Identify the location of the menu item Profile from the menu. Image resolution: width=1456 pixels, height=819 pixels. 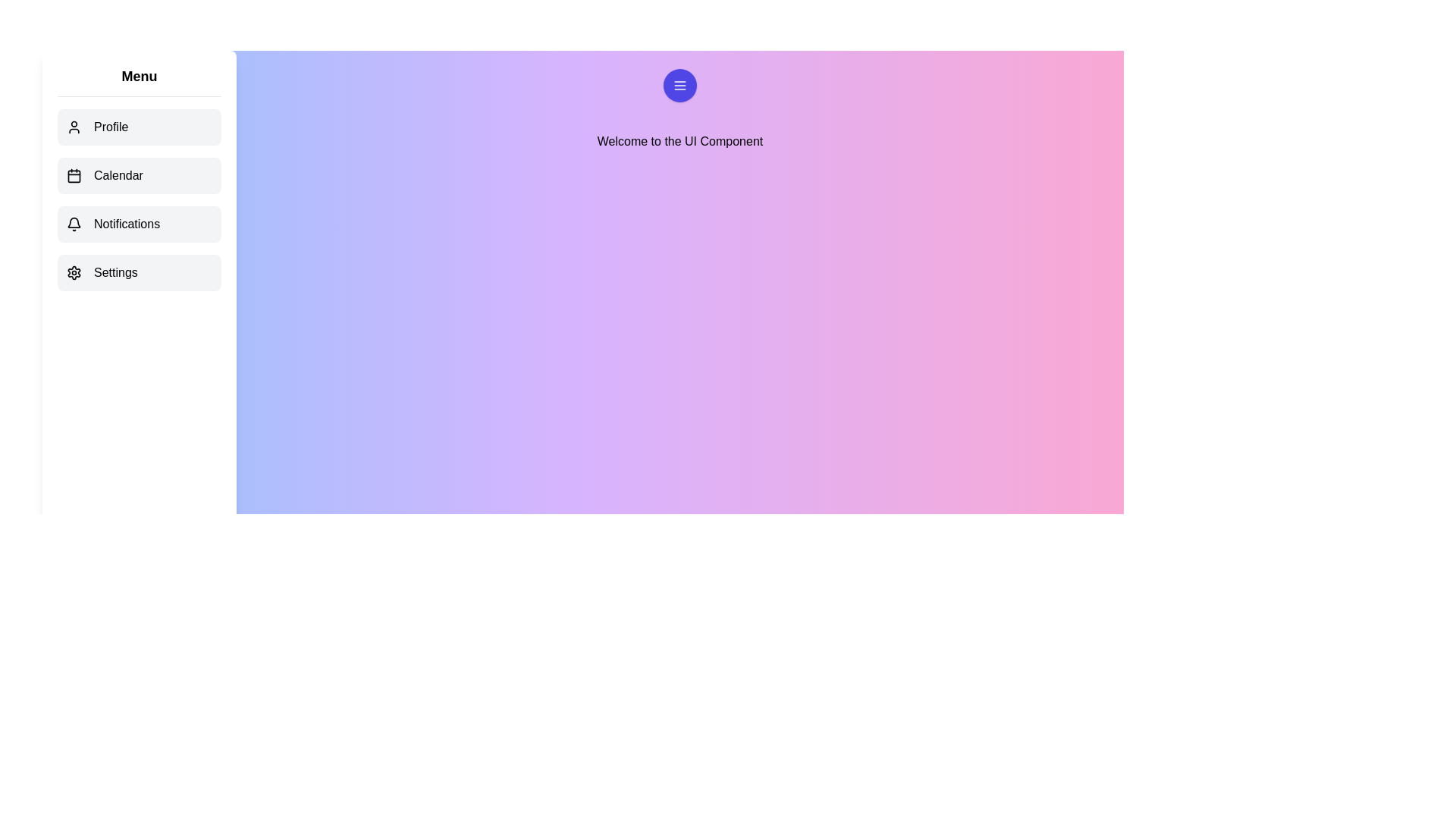
(139, 127).